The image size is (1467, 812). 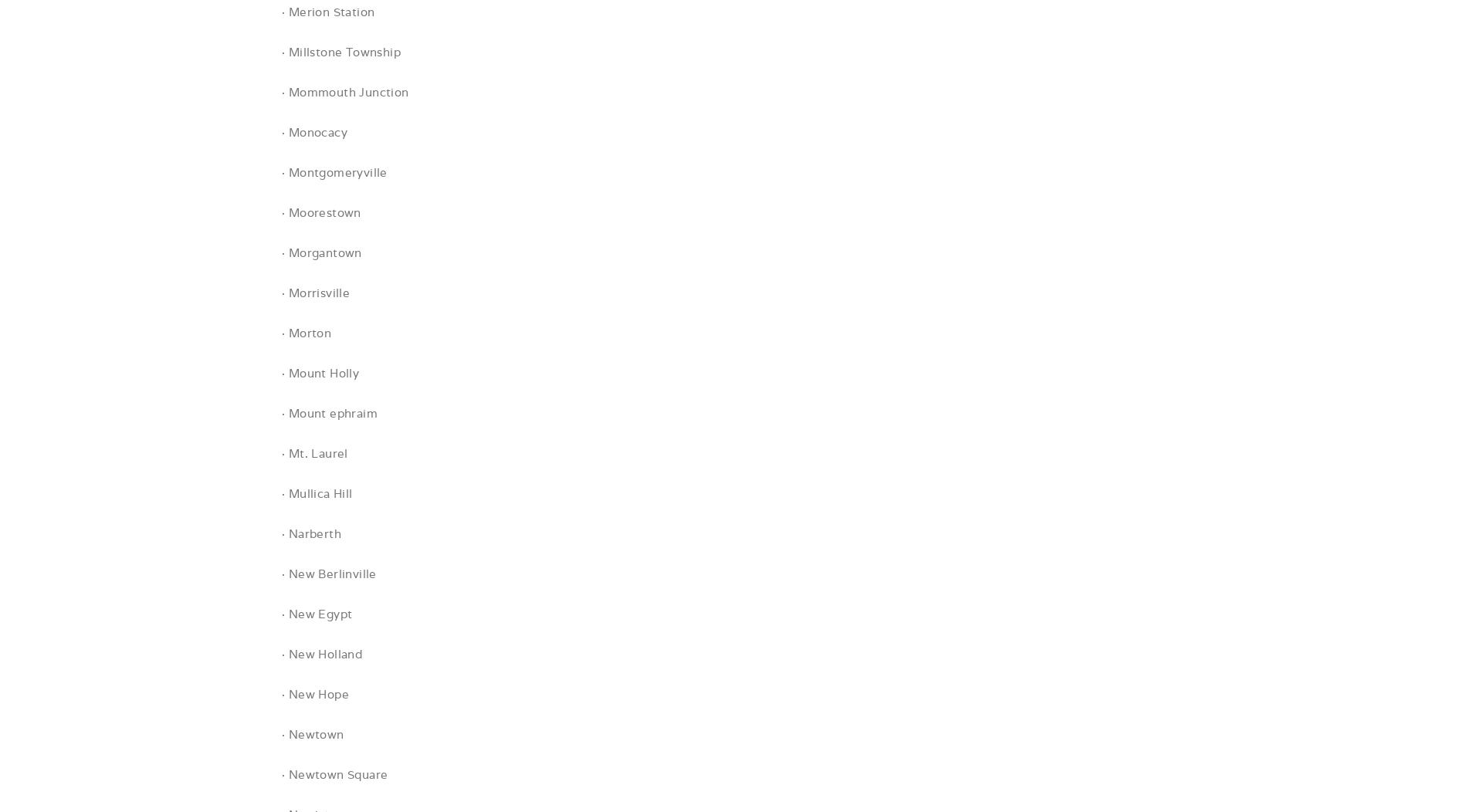 I want to click on '· Merion Station', so click(x=327, y=12).